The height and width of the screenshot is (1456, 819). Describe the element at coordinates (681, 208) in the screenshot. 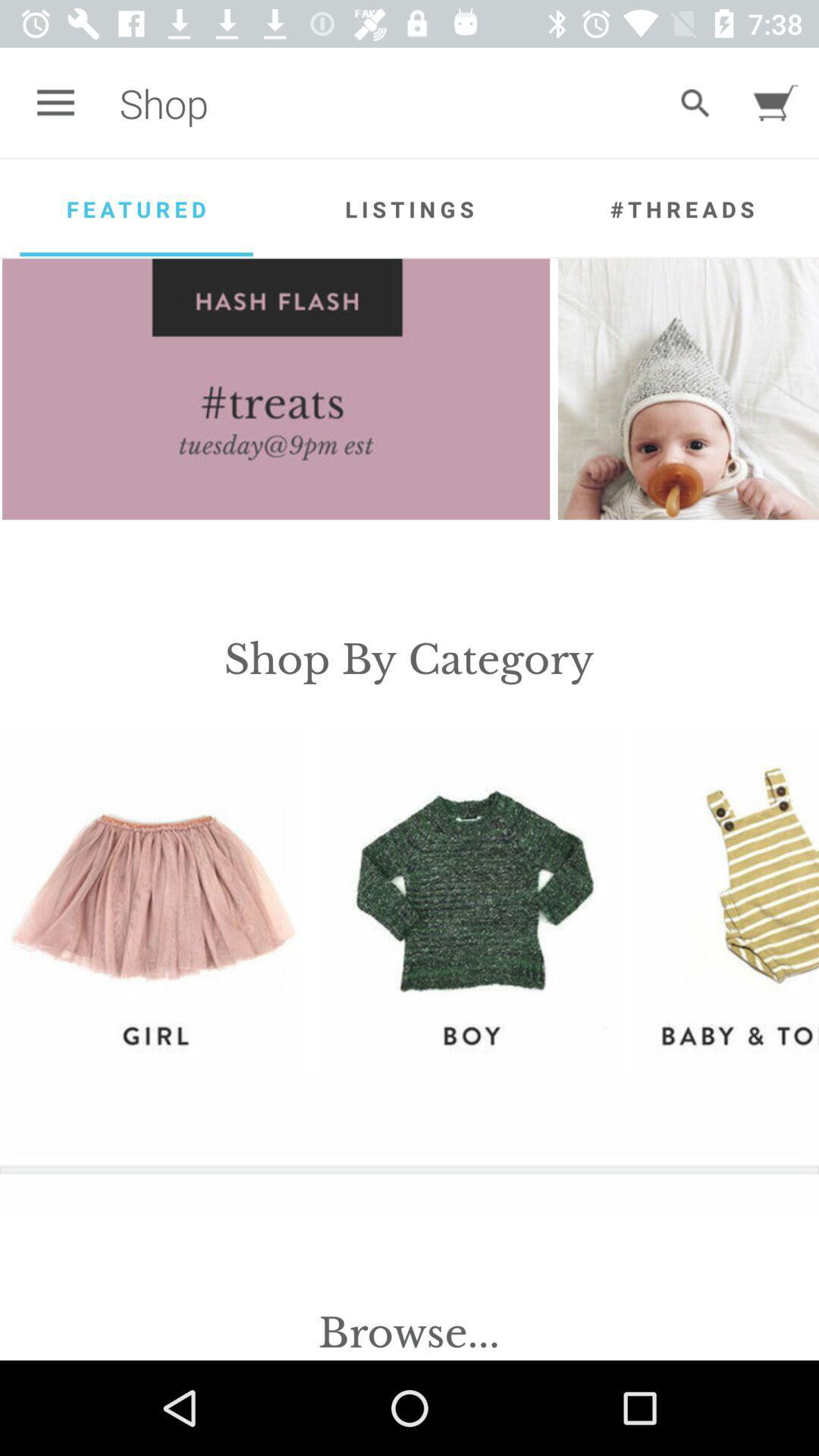

I see `the threads option` at that location.